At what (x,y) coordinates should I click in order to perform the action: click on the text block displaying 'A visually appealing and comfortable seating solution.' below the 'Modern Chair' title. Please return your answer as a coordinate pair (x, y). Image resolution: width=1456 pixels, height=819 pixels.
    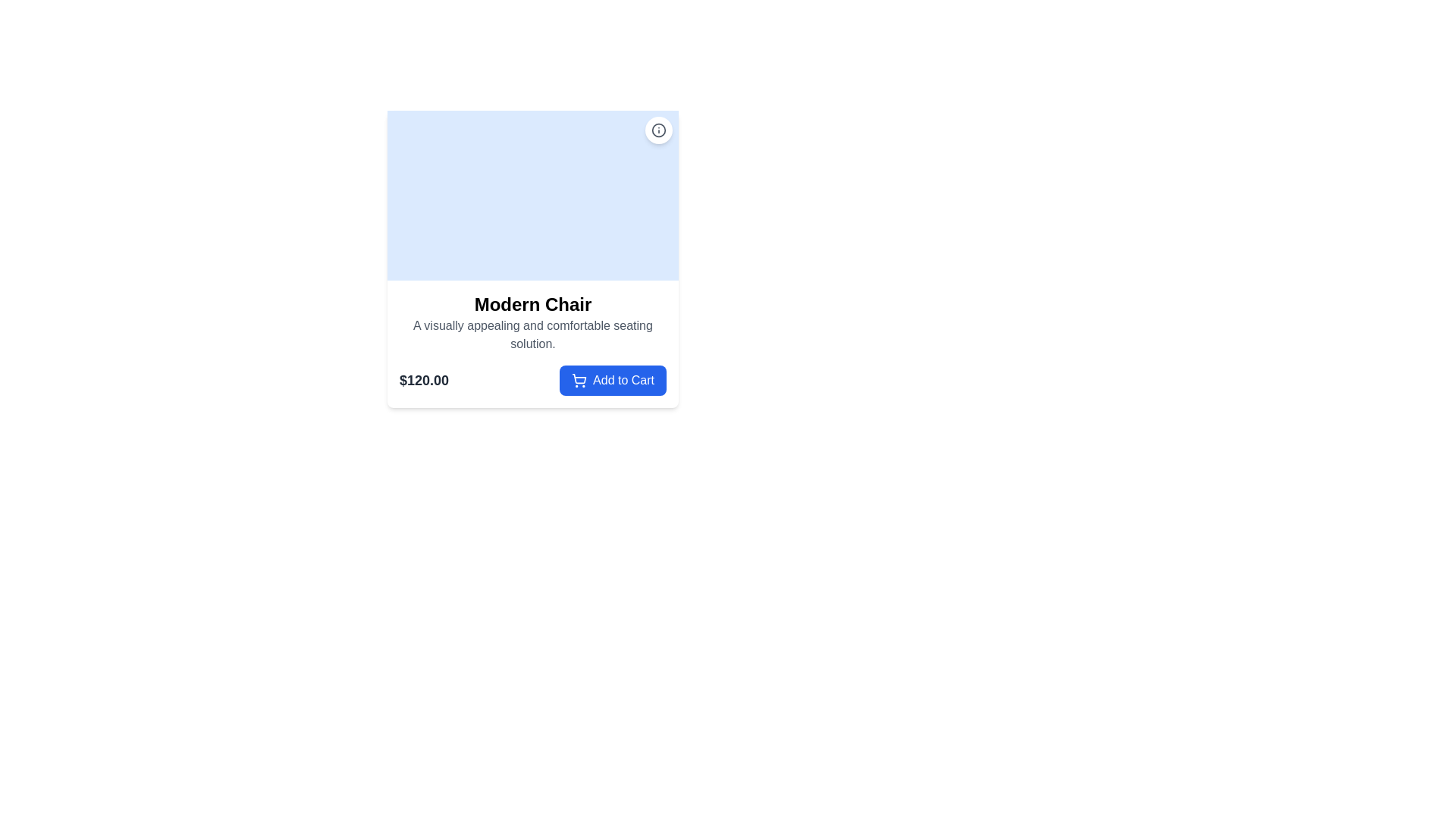
    Looking at the image, I should click on (532, 334).